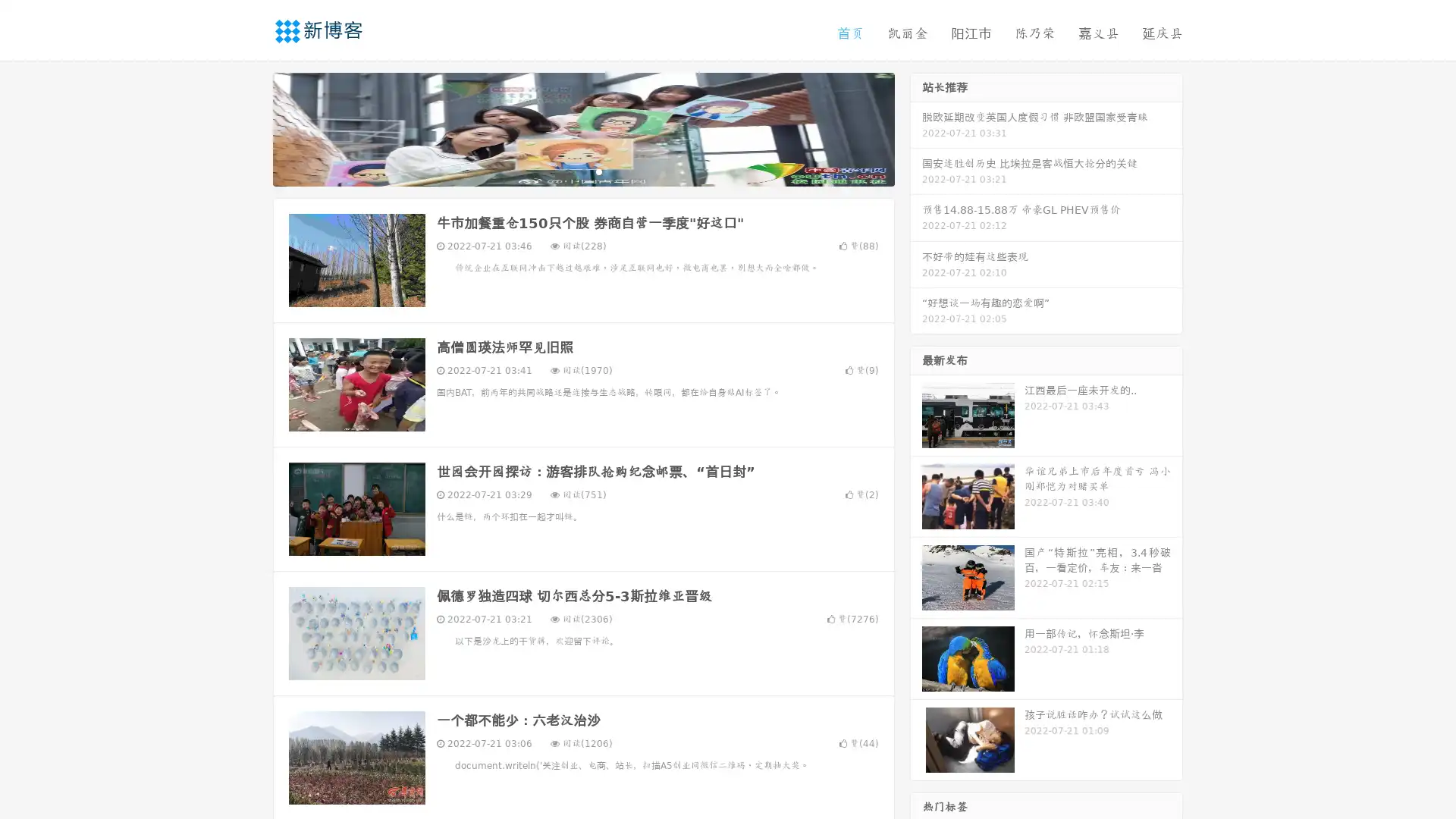 The image size is (1456, 819). I want to click on Go to slide 3, so click(598, 171).